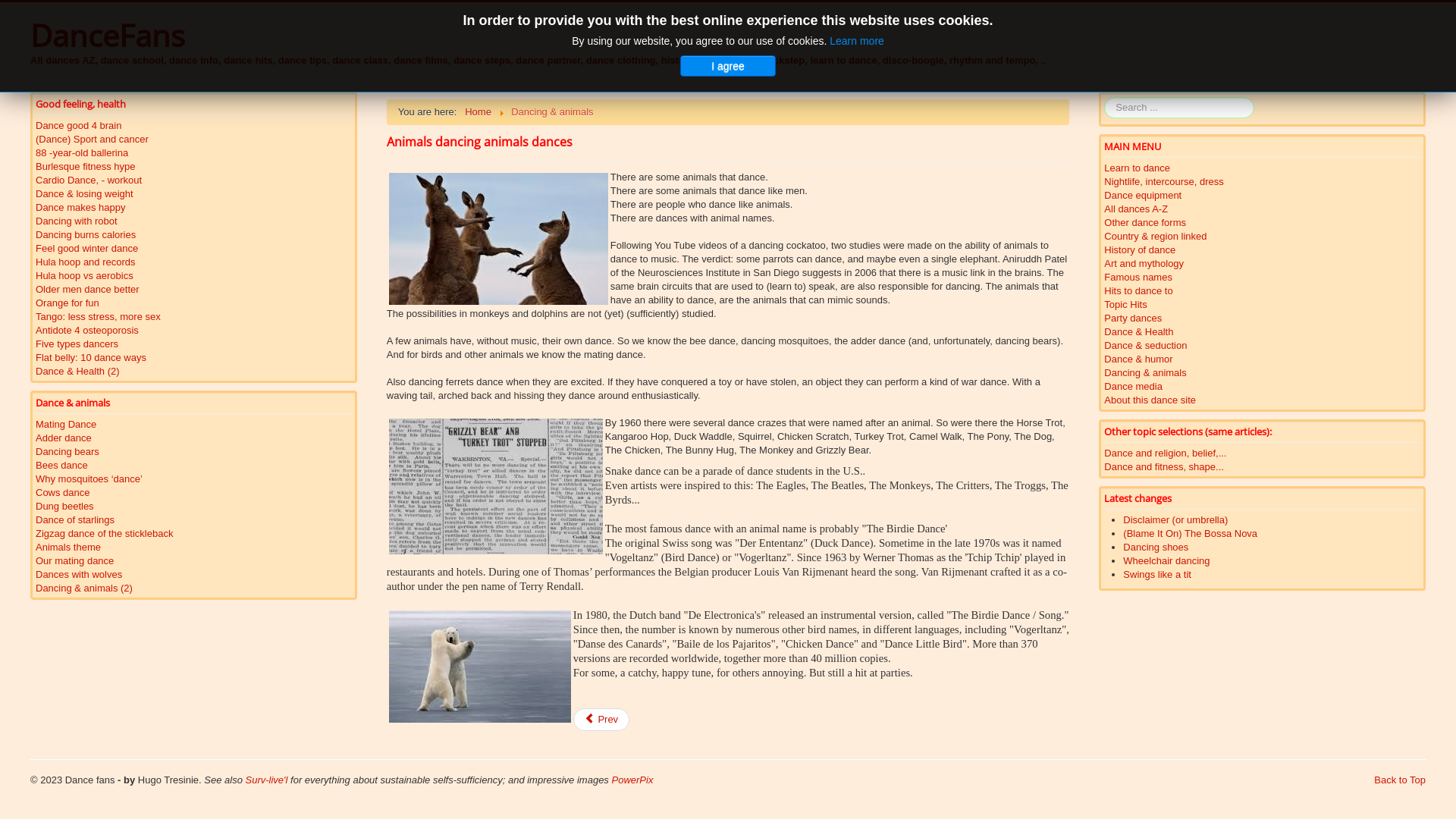 The height and width of the screenshot is (819, 1456). What do you see at coordinates (36, 221) in the screenshot?
I see `'Dancing with robot'` at bounding box center [36, 221].